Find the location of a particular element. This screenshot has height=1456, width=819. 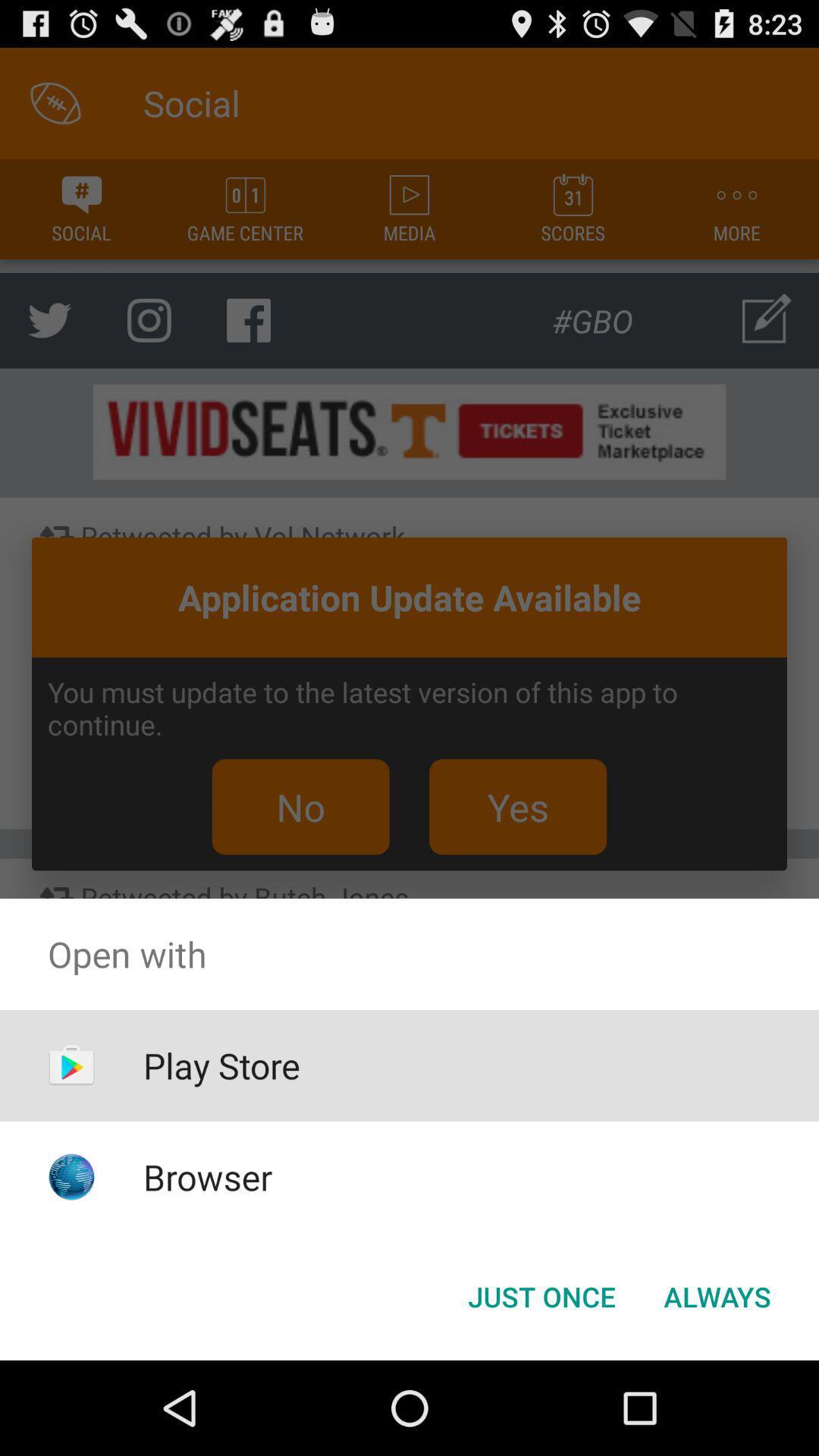

the always at the bottom right corner is located at coordinates (717, 1295).